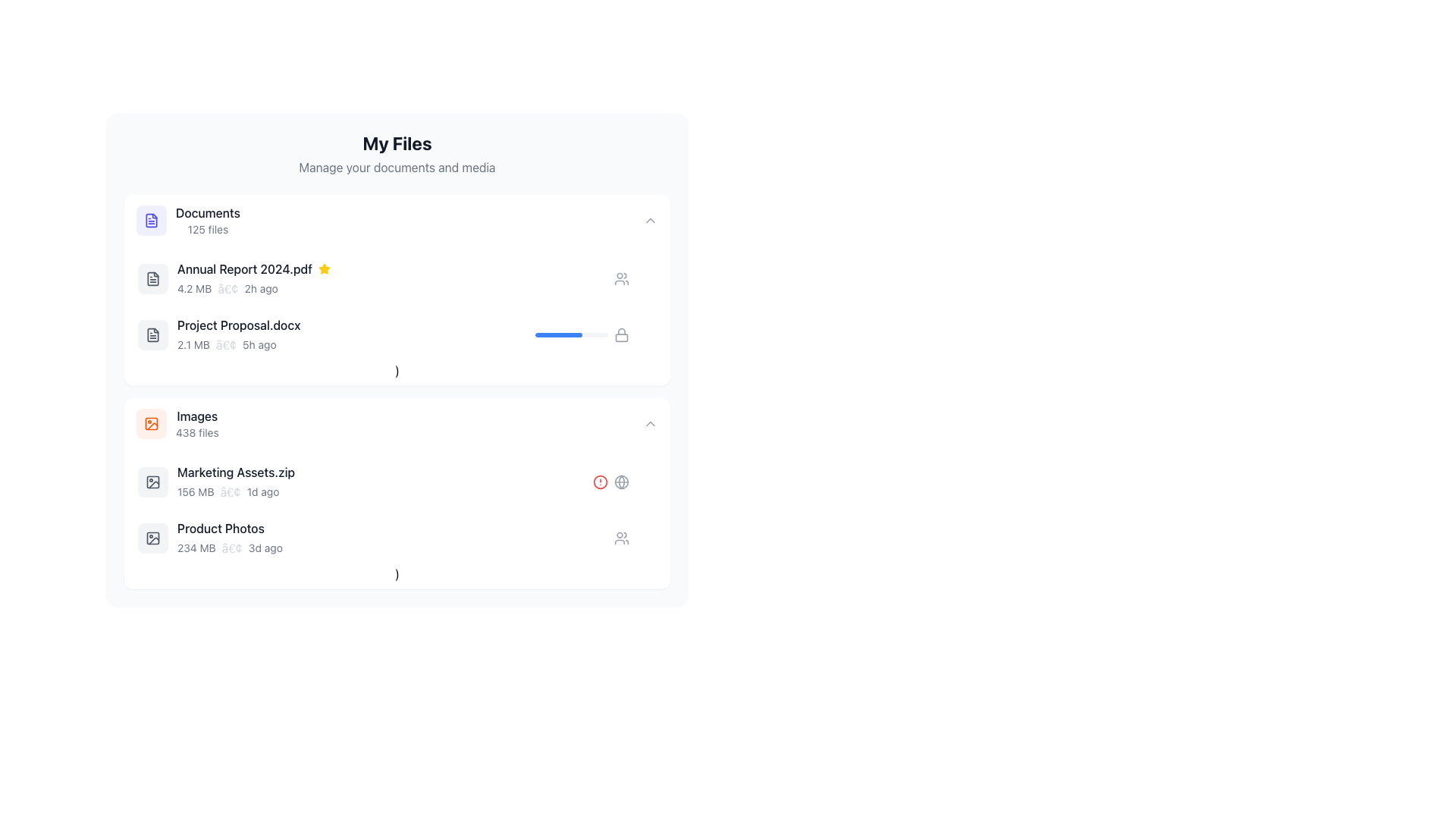  Describe the element at coordinates (622, 336) in the screenshot. I see `the small rectangular shape with rounded corners that is part of the lock icon associated with the 'Project Proposal.docx' entry, located to the right of the blue progress bar` at that location.